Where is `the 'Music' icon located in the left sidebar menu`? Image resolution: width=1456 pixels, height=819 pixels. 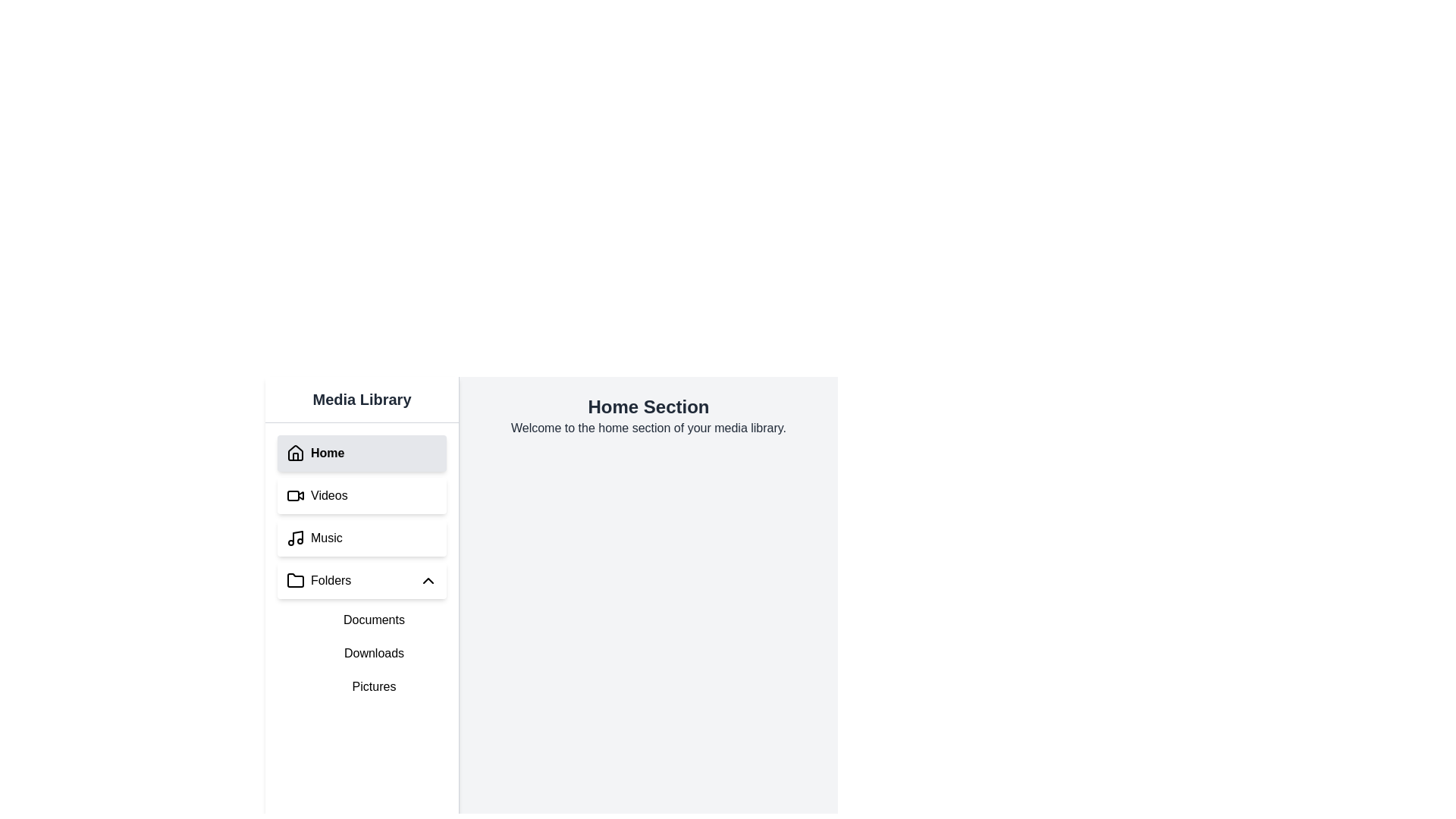
the 'Music' icon located in the left sidebar menu is located at coordinates (295, 537).